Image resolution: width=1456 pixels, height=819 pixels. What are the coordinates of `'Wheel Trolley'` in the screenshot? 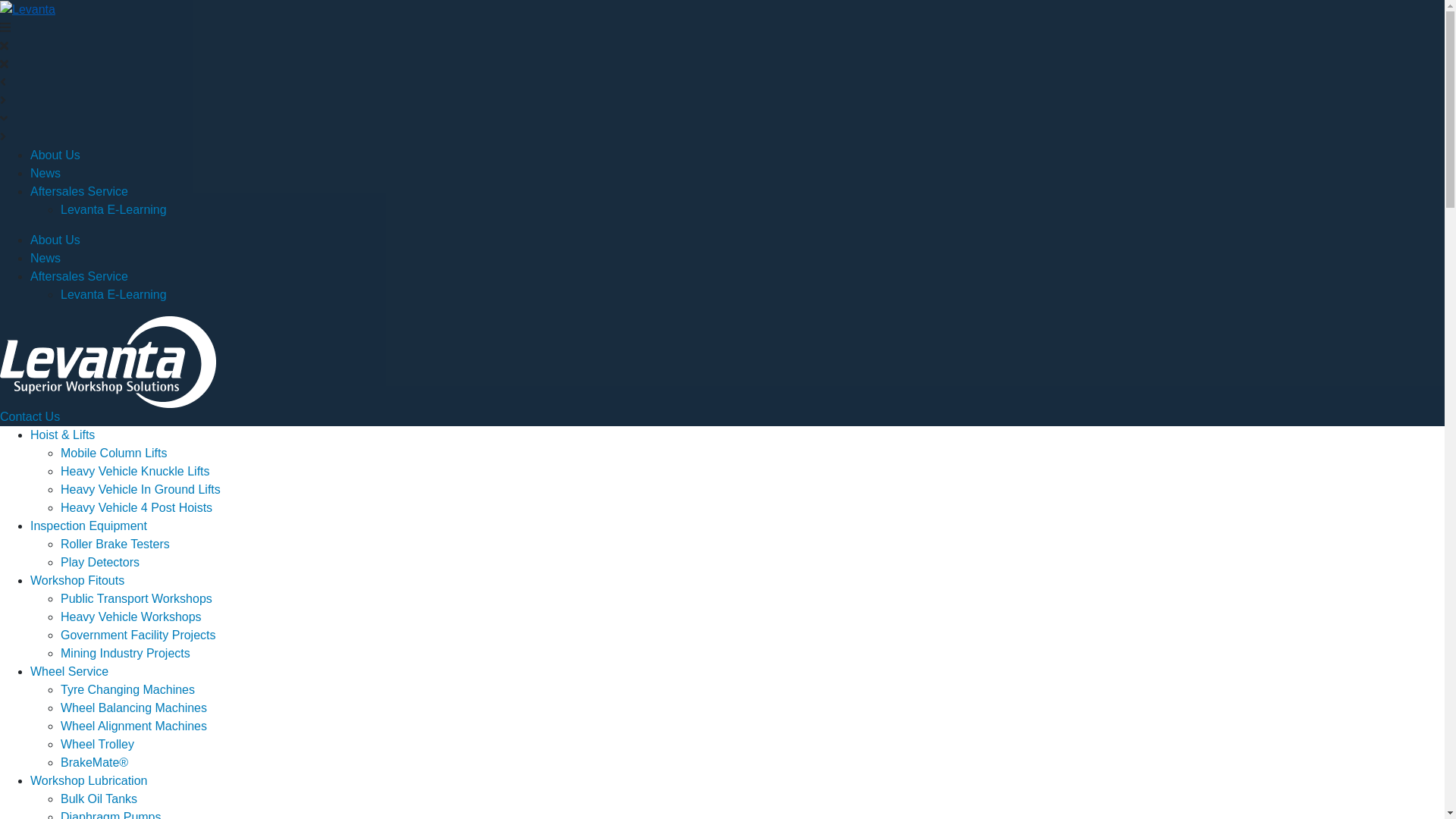 It's located at (96, 743).